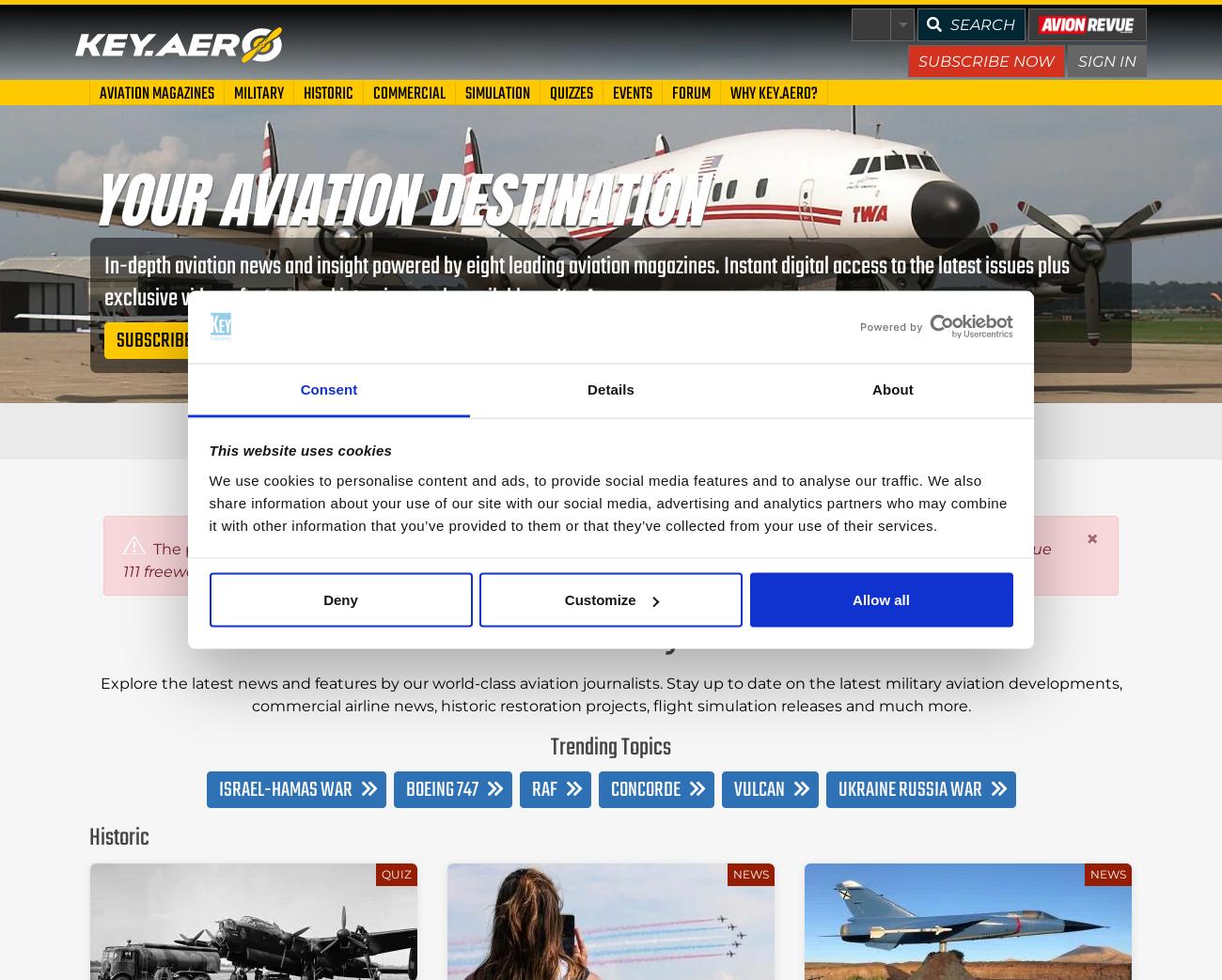 The image size is (1222, 980). What do you see at coordinates (395, 872) in the screenshot?
I see `'Quiz'` at bounding box center [395, 872].